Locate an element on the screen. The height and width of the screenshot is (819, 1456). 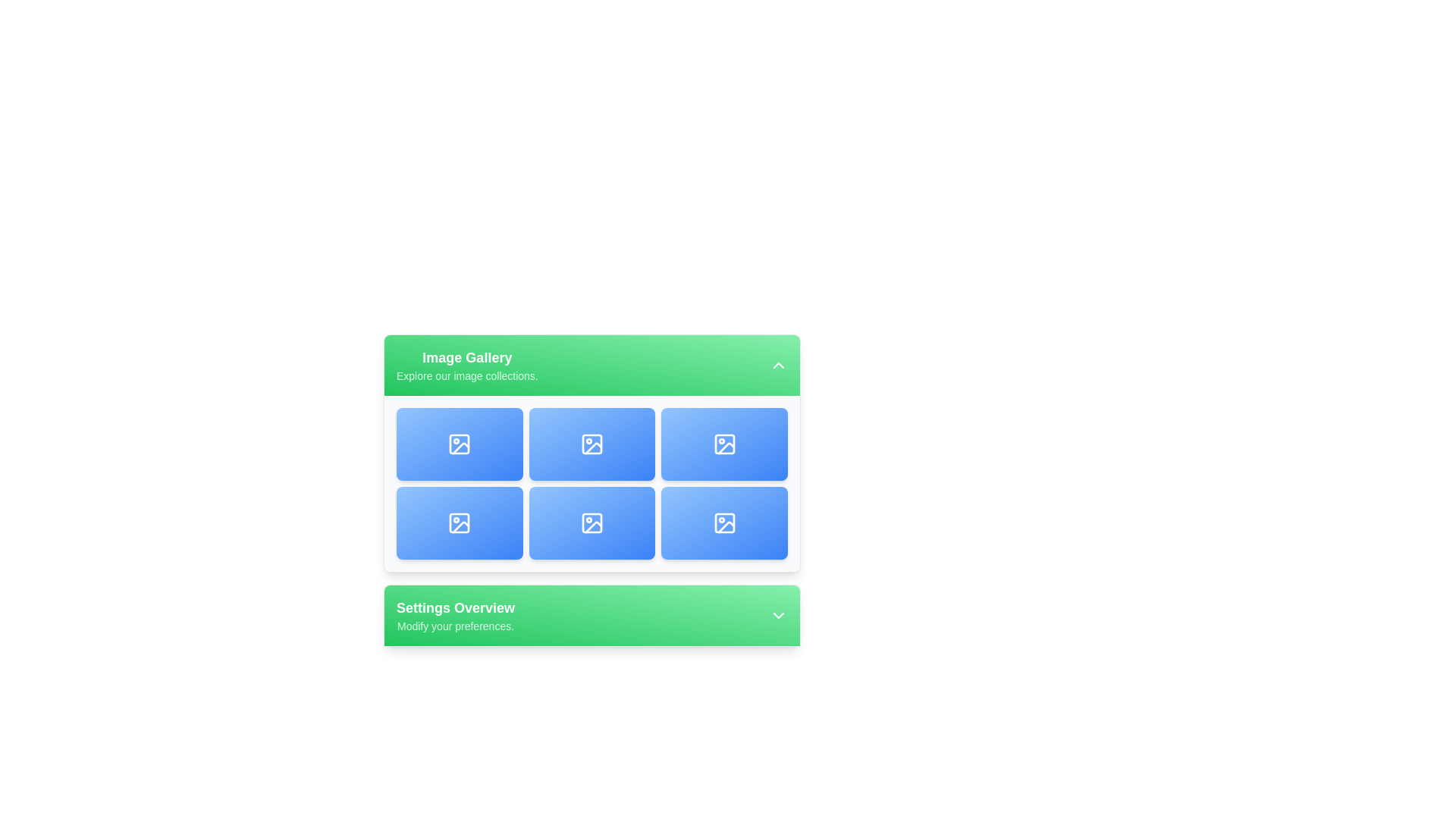
the icon resembling an image with a rounded rectangle outline and a mountain shape inside, located in the first row and first column of the 'Image Gallery' section is located at coordinates (459, 444).